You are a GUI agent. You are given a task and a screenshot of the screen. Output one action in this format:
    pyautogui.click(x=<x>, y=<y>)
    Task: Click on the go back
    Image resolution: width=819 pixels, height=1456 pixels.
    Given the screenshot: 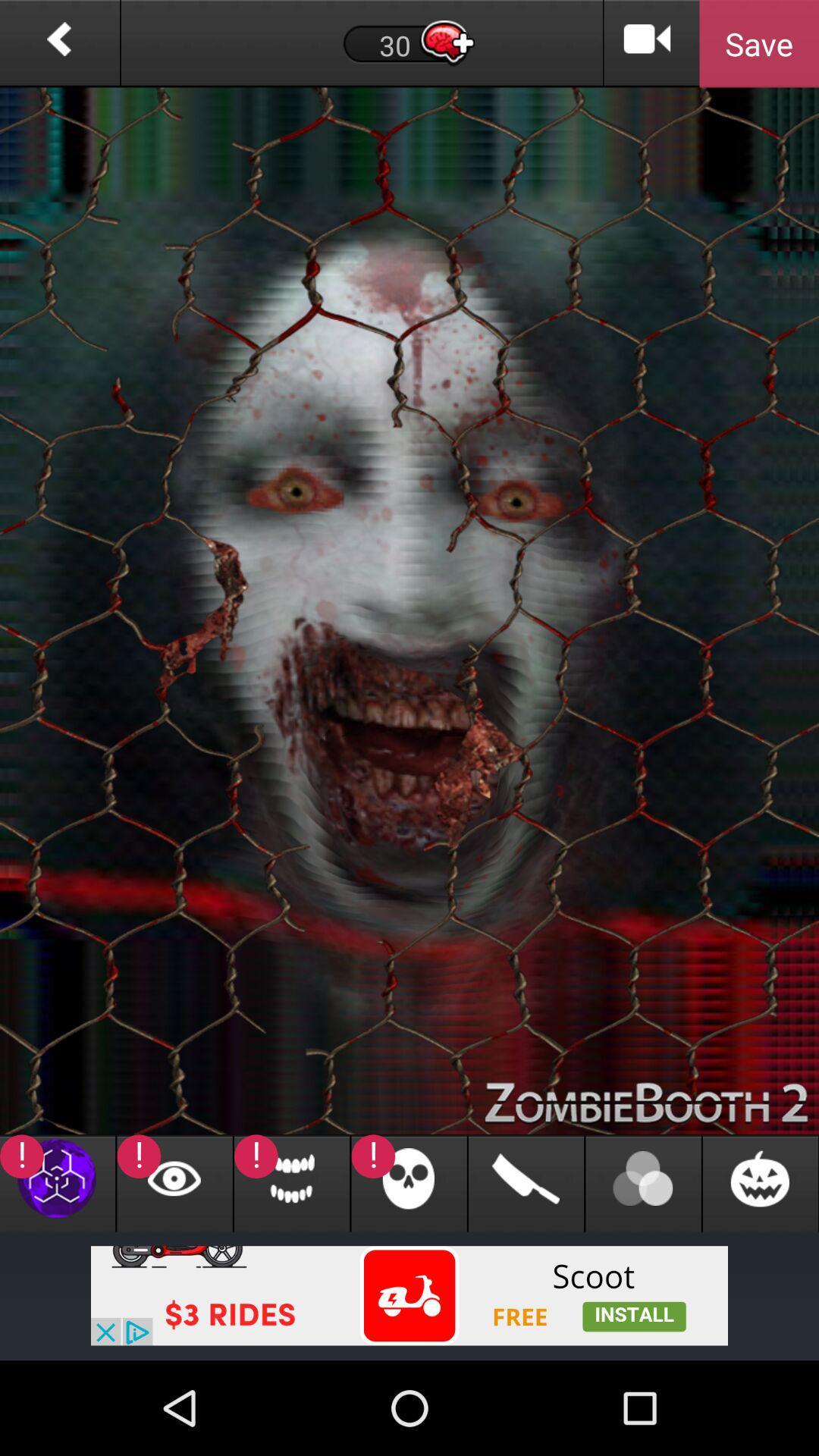 What is the action you would take?
    pyautogui.click(x=58, y=43)
    